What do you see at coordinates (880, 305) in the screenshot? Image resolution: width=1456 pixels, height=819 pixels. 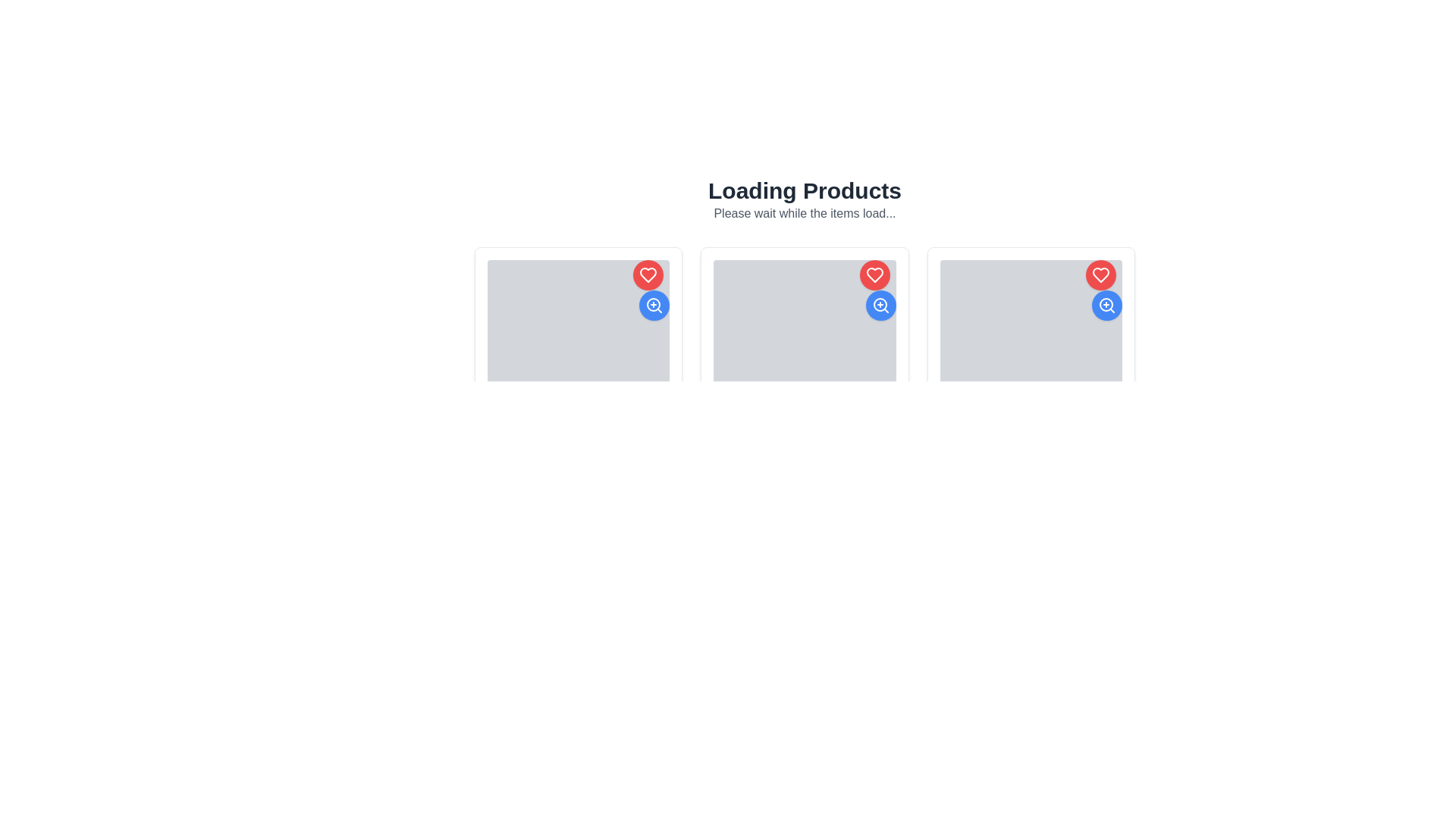 I see `the circular blue button with a white magnifying glass and '+' symbol in the bottom right corner of the second card` at bounding box center [880, 305].